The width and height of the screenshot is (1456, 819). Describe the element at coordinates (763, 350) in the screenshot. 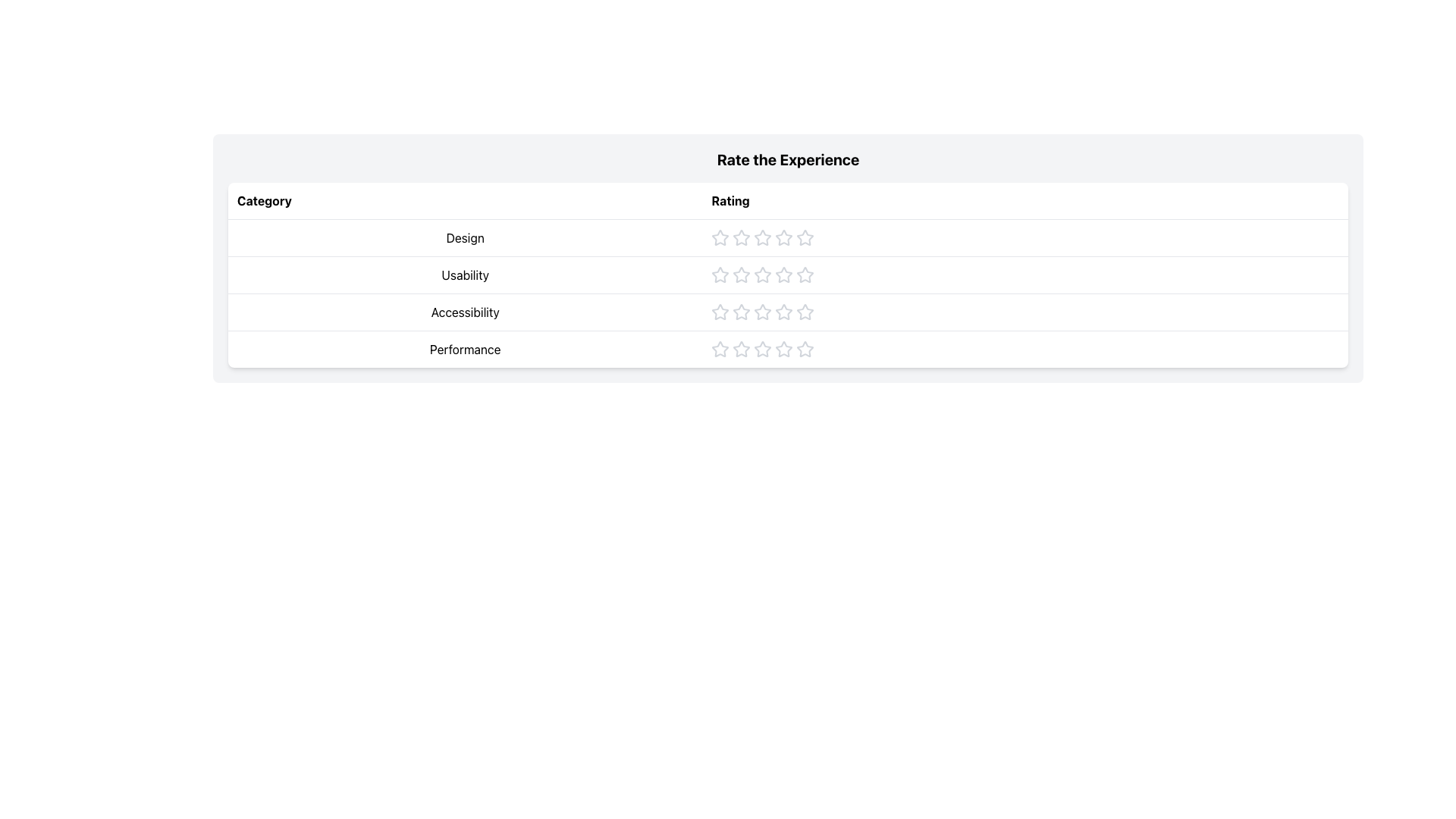

I see `the fourth star in the horizontal sequence of five stars in the 'Performance' row of the rating table to provide visual feedback` at that location.